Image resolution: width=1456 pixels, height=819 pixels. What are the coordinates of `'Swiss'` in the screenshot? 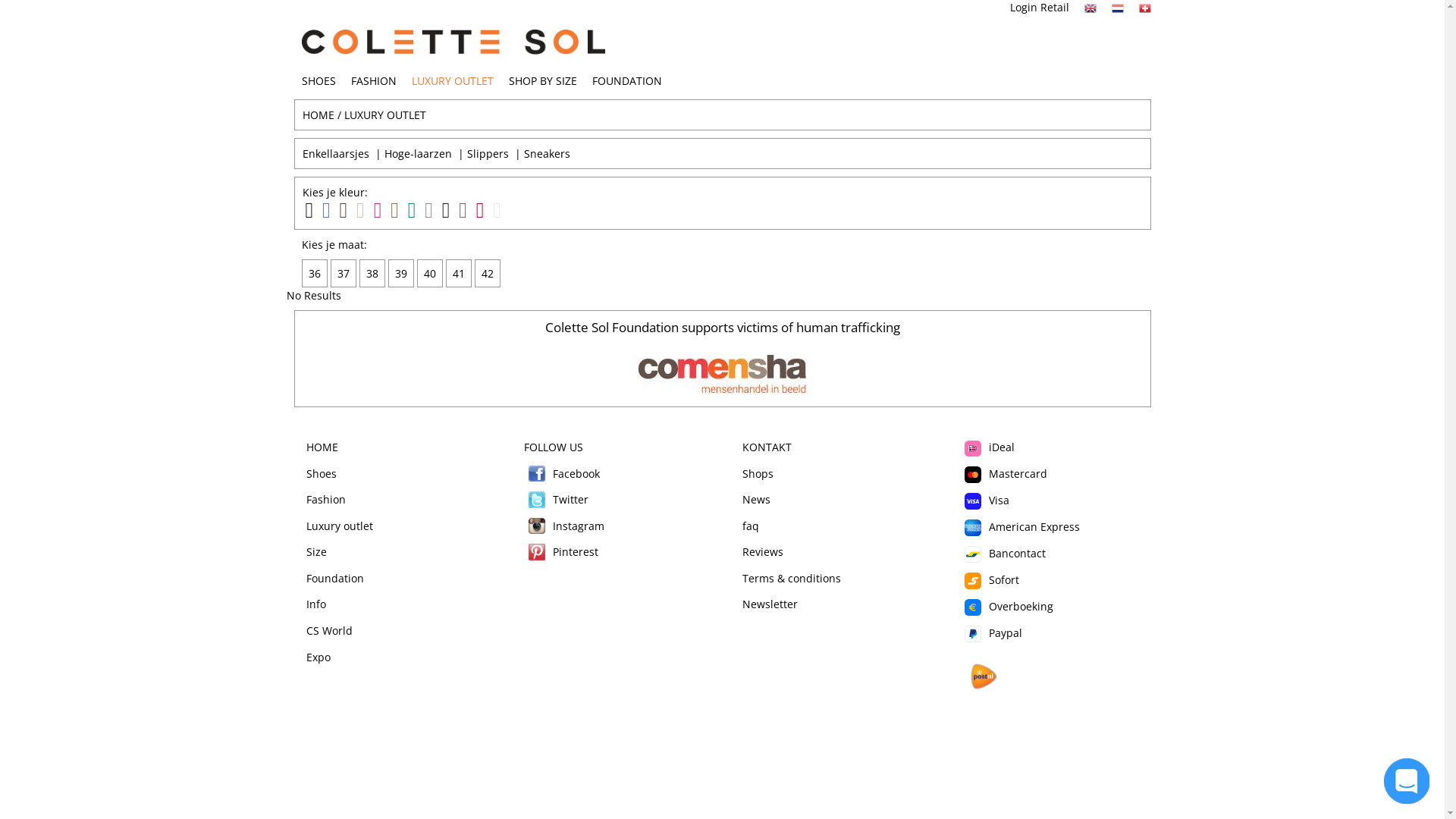 It's located at (1145, 8).